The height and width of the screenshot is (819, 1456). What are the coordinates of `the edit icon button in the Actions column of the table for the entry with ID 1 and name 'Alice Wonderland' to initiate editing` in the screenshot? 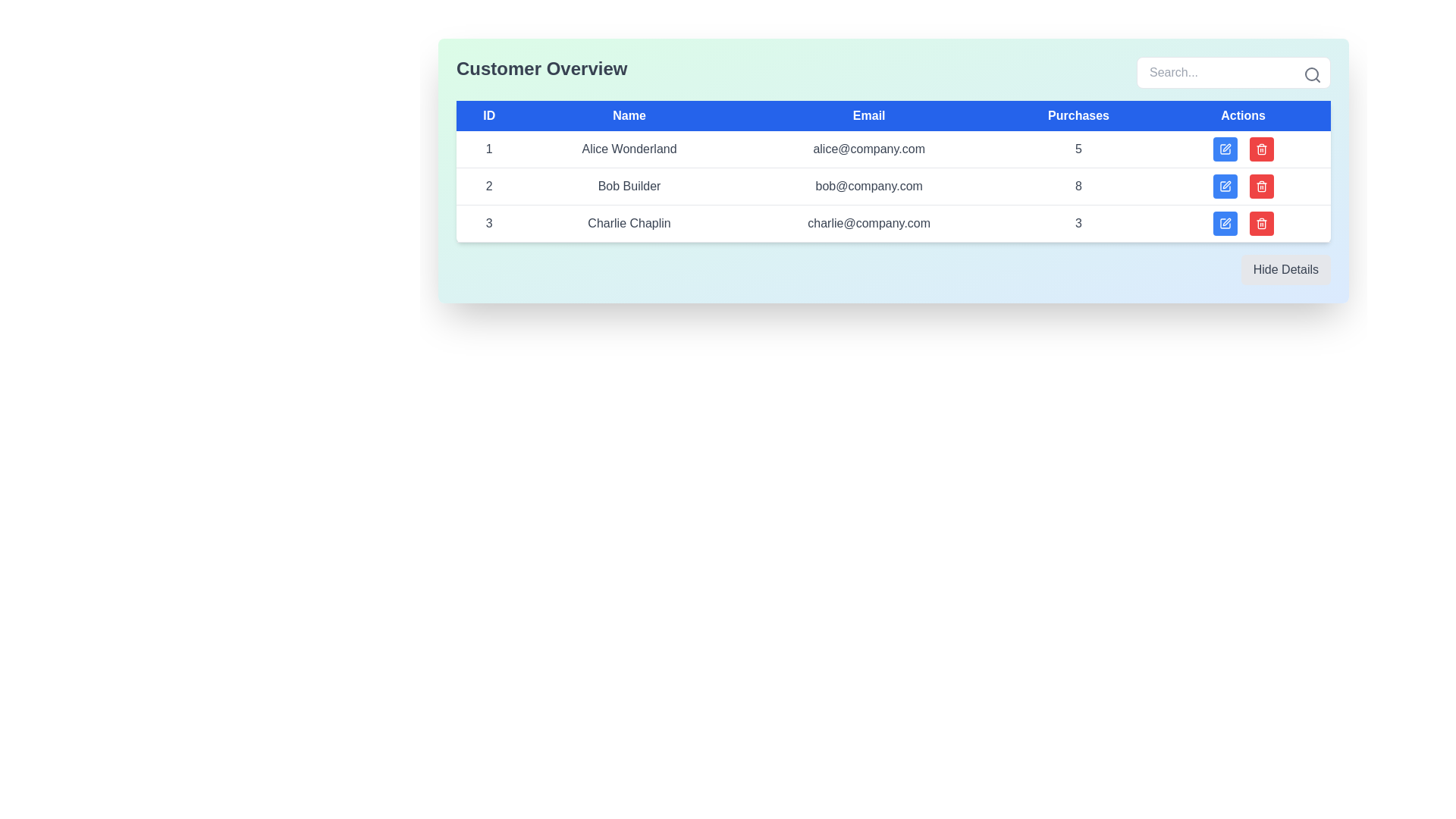 It's located at (1225, 149).